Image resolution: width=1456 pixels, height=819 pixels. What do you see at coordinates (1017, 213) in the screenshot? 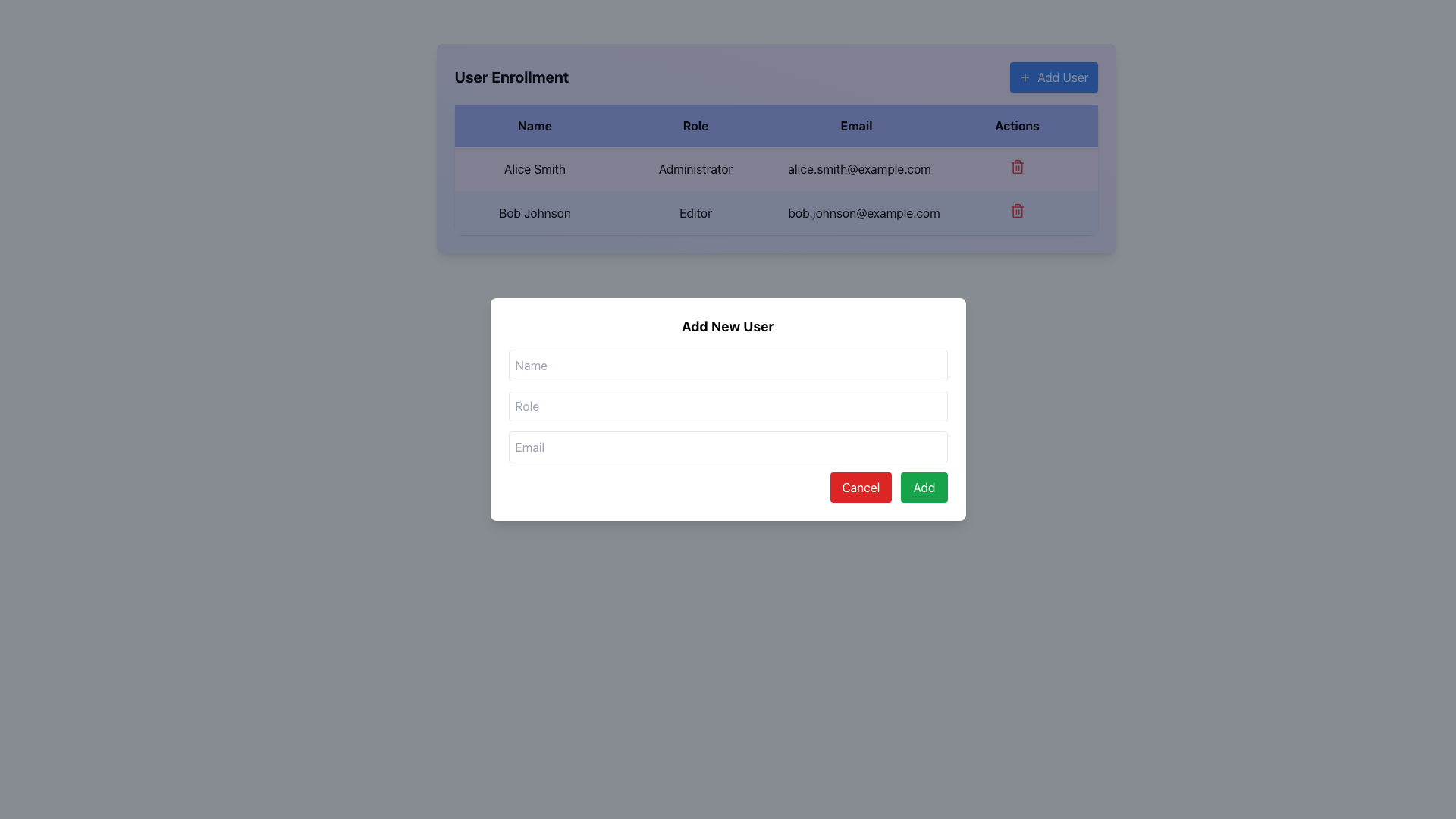
I see `the deletion button (trash can icon) located in the 'Actions' column for user 'Bob Johnson' to initiate a delete action` at bounding box center [1017, 213].